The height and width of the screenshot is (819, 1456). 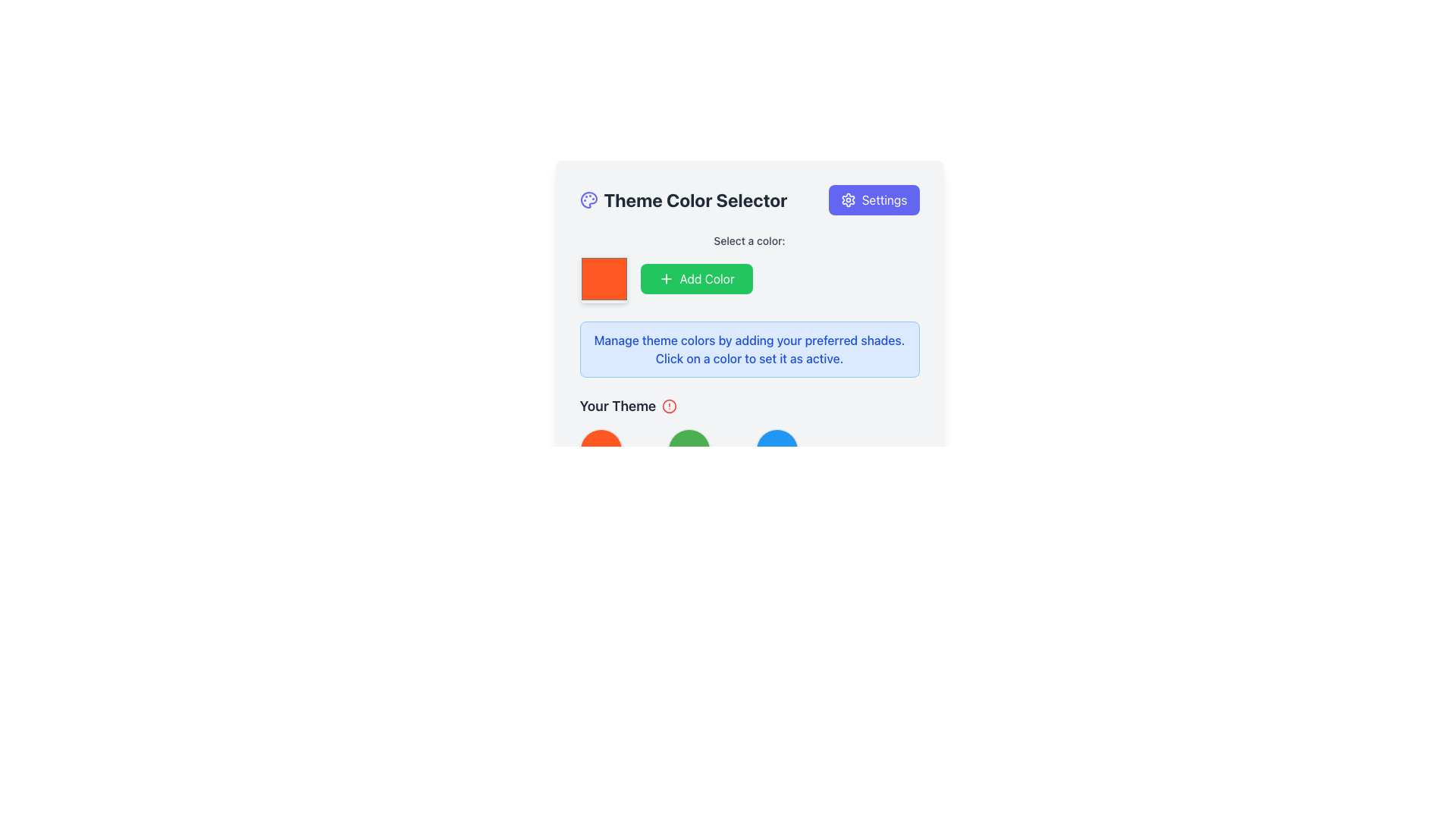 What do you see at coordinates (749, 268) in the screenshot?
I see `the button for adding a new color in the Theme Color Selector module` at bounding box center [749, 268].